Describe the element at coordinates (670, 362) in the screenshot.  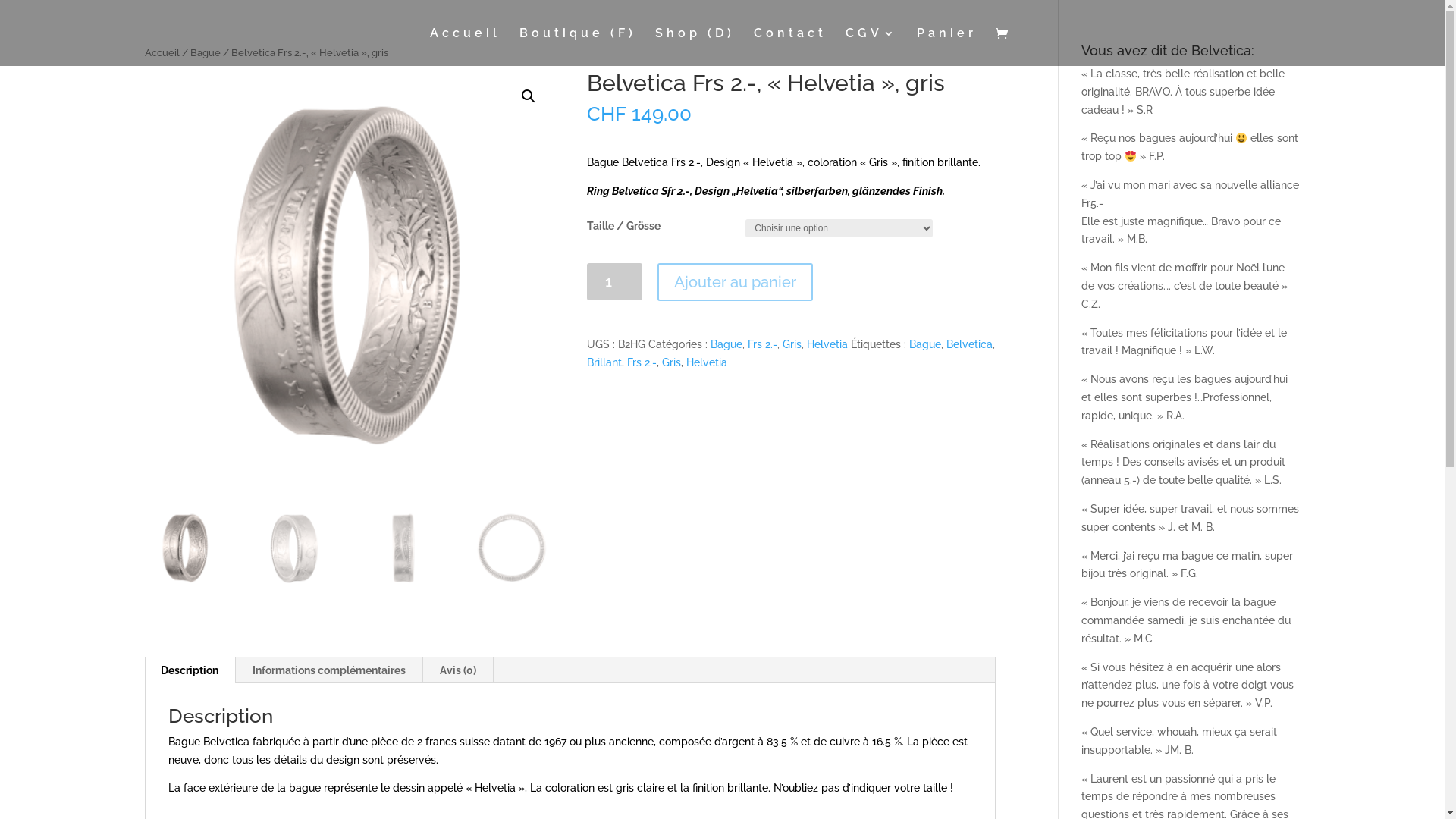
I see `'Gris'` at that location.